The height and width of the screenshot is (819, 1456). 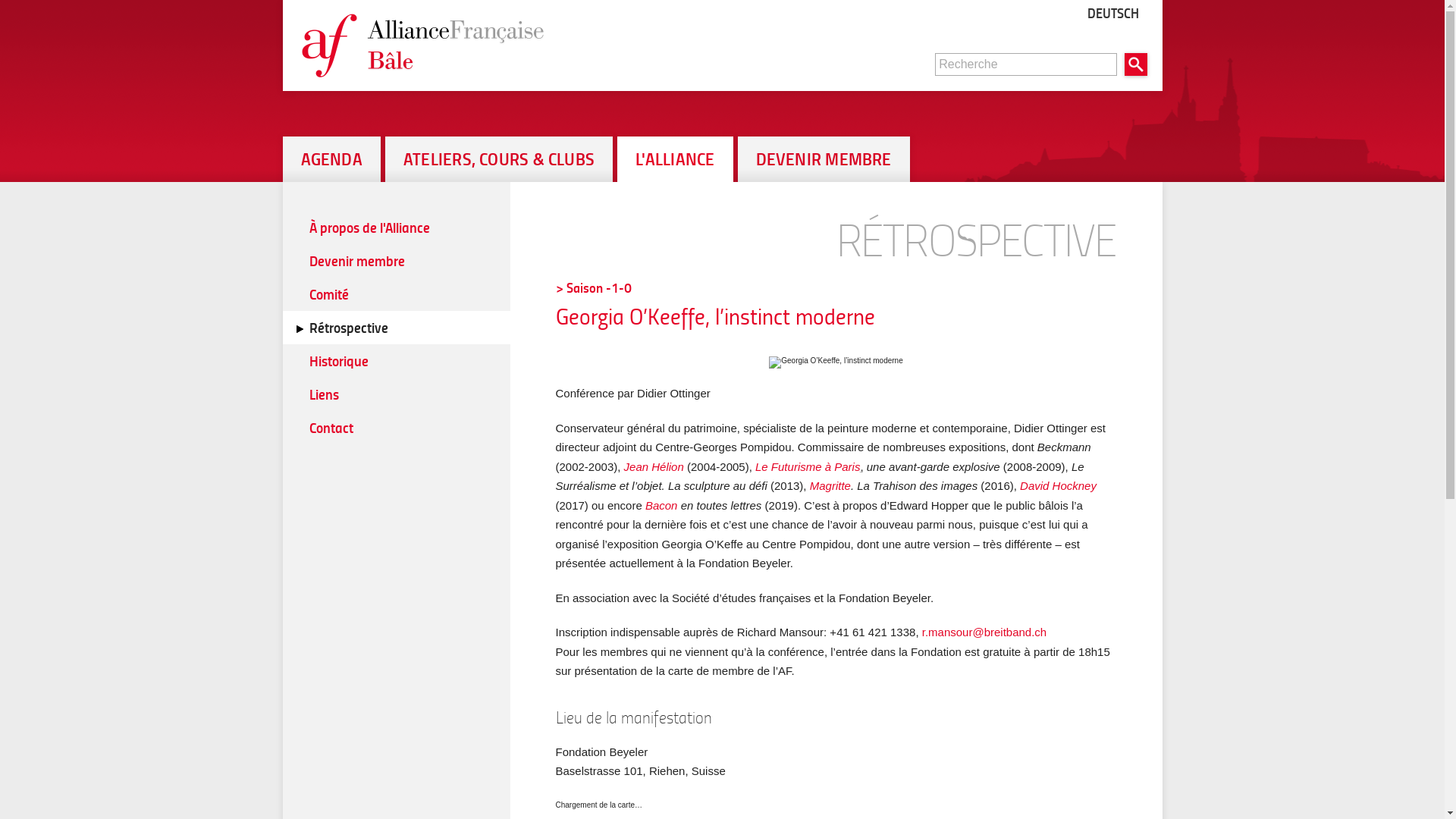 What do you see at coordinates (592, 287) in the screenshot?
I see `'> Saison -1-0'` at bounding box center [592, 287].